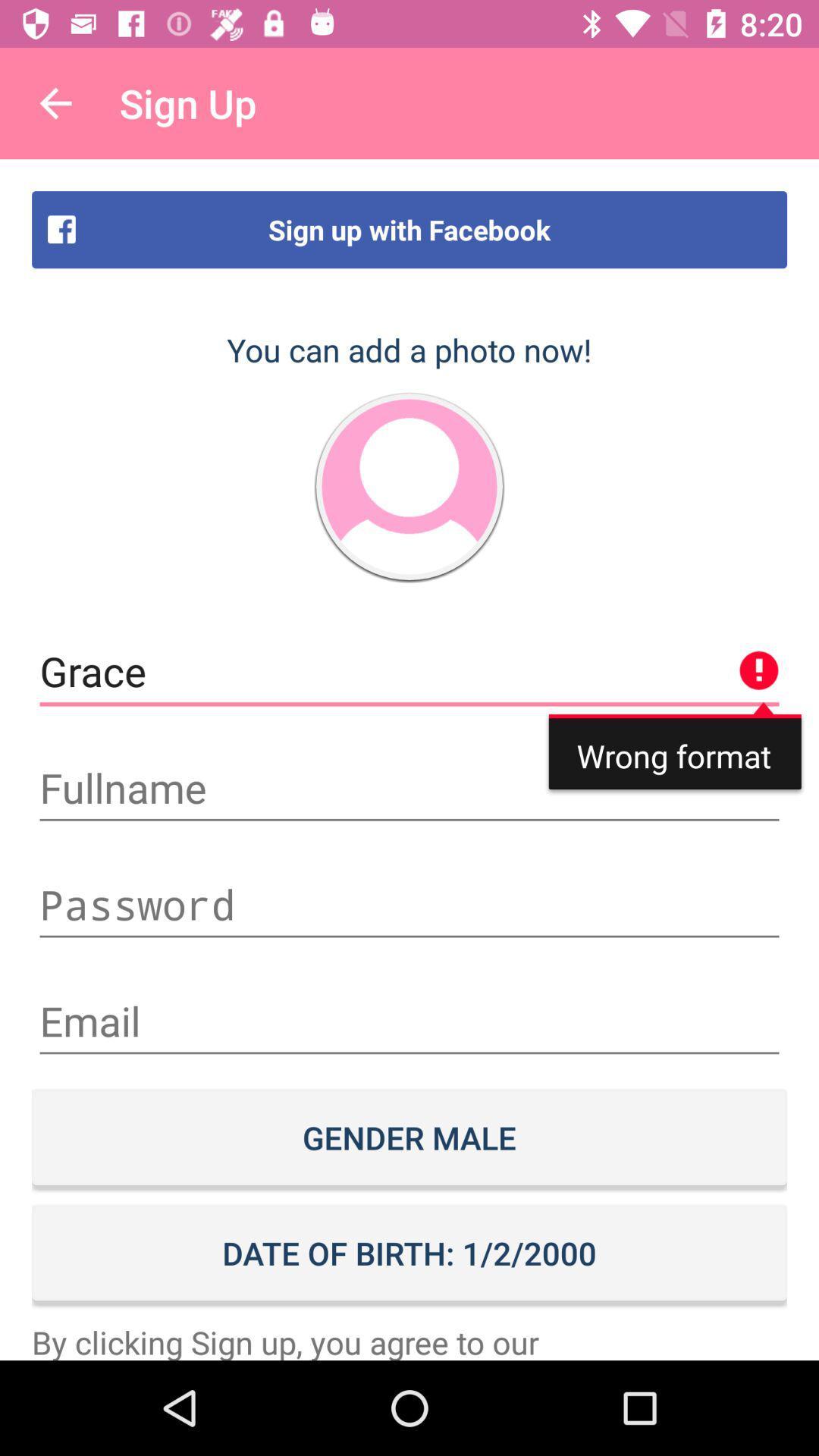 The width and height of the screenshot is (819, 1456). I want to click on pass, so click(409, 905).